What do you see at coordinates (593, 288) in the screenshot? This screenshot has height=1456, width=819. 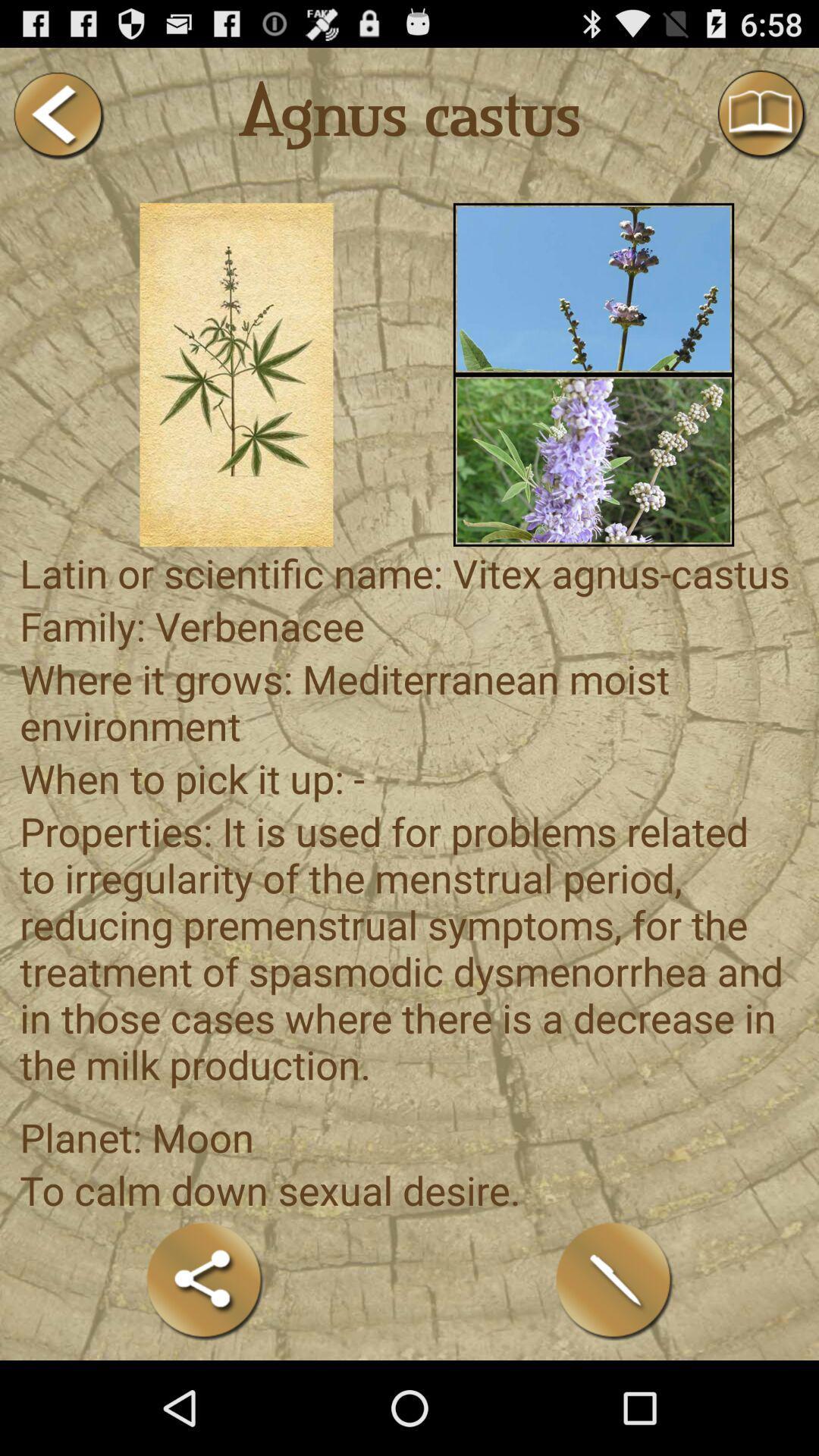 I see `image` at bounding box center [593, 288].